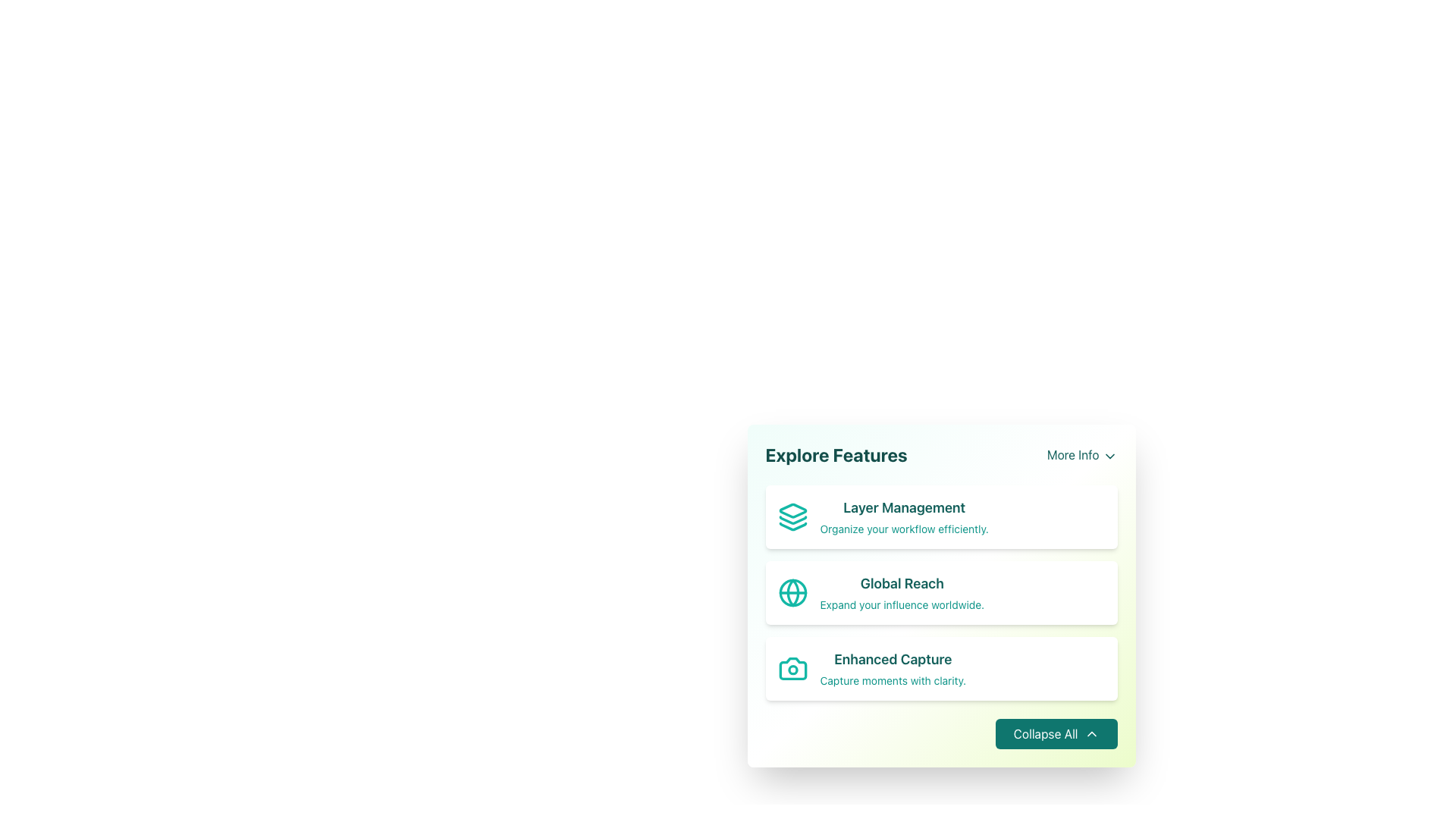 This screenshot has height=819, width=1456. I want to click on the collapse button located in the bottom-right corner of the card-like section, so click(1056, 733).